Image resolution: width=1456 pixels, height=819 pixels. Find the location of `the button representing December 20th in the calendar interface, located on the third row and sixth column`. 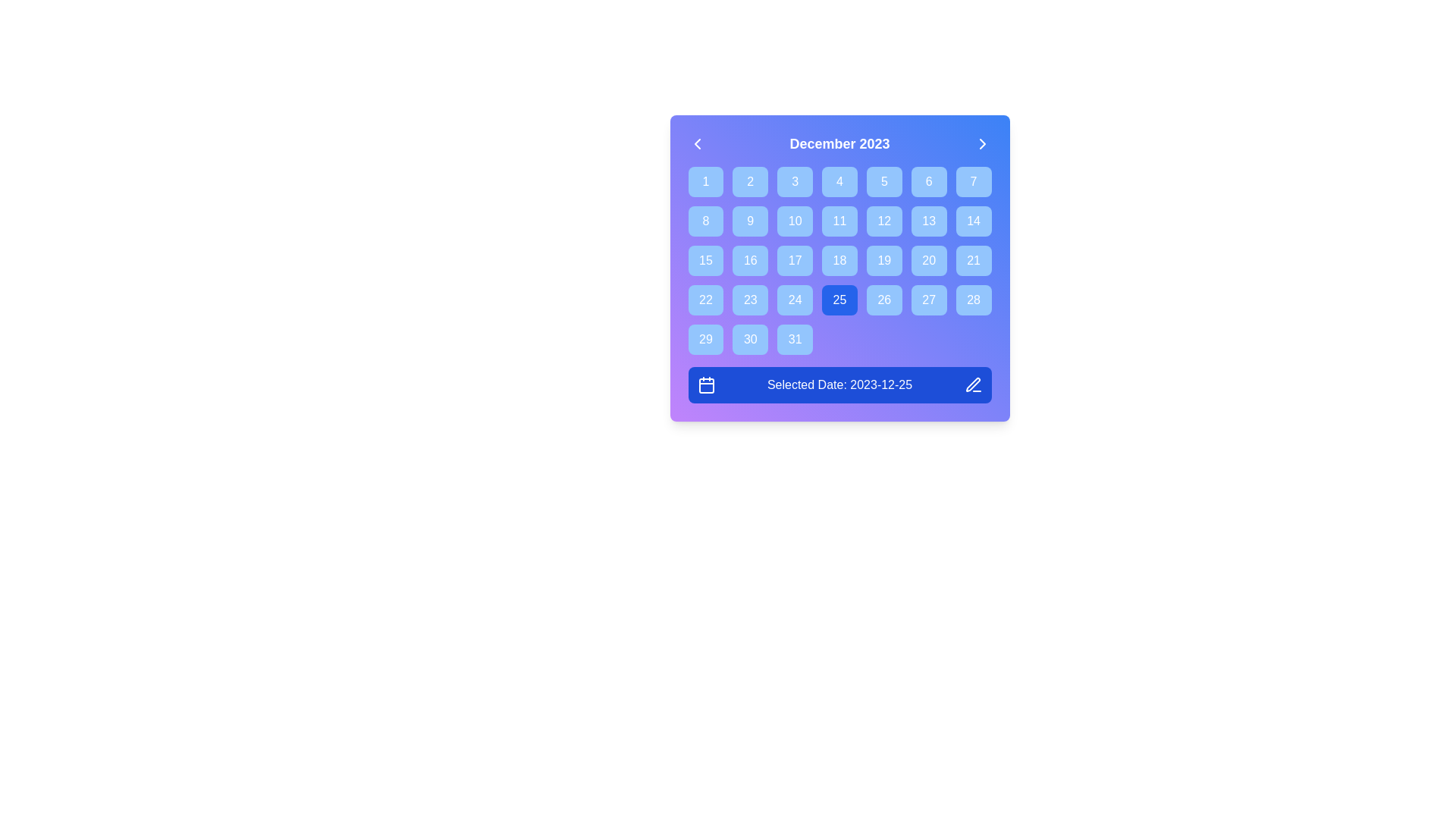

the button representing December 20th in the calendar interface, located on the third row and sixth column is located at coordinates (928, 259).